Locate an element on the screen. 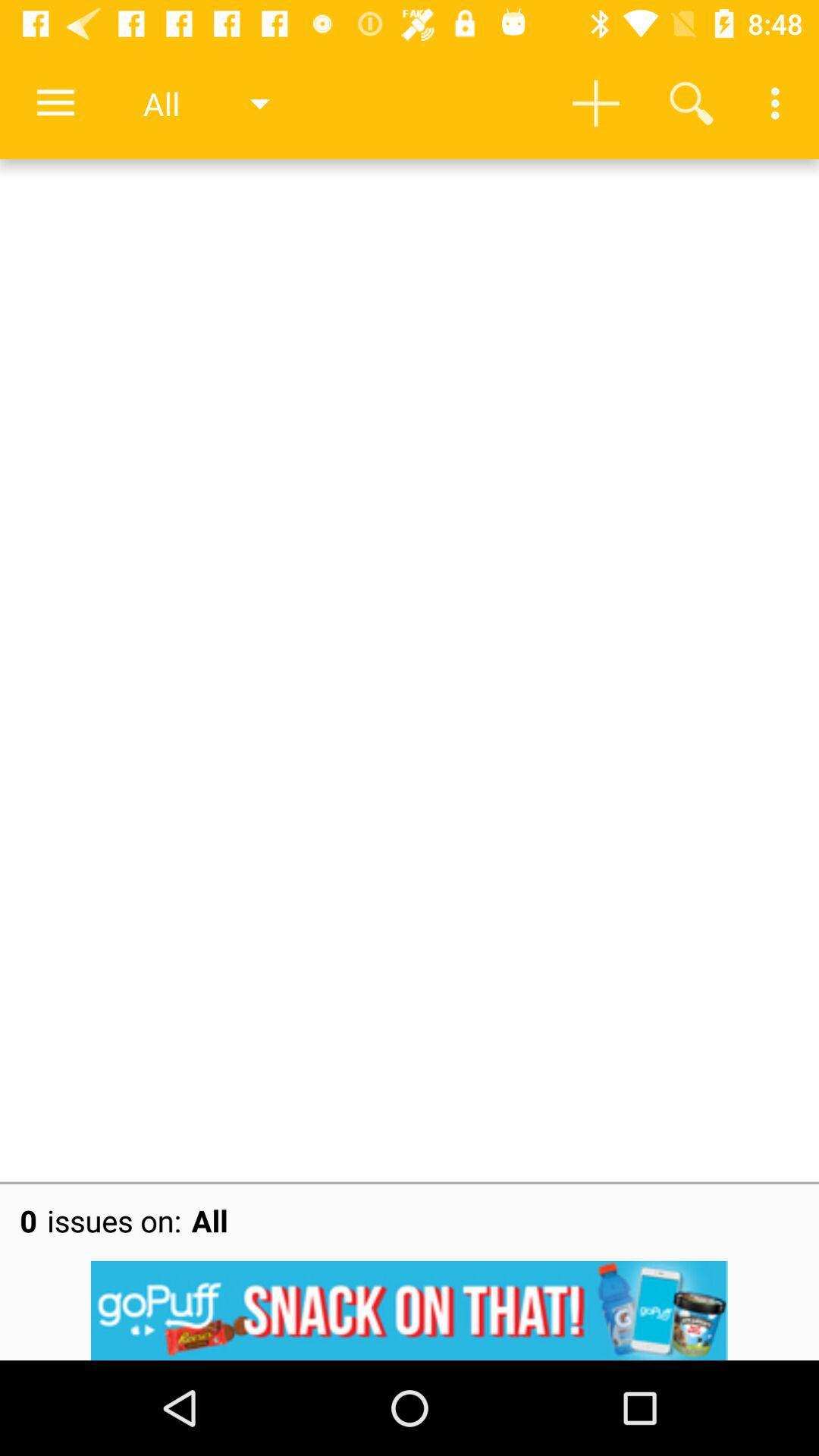 This screenshot has height=1456, width=819. advertisement link image is located at coordinates (409, 1310).